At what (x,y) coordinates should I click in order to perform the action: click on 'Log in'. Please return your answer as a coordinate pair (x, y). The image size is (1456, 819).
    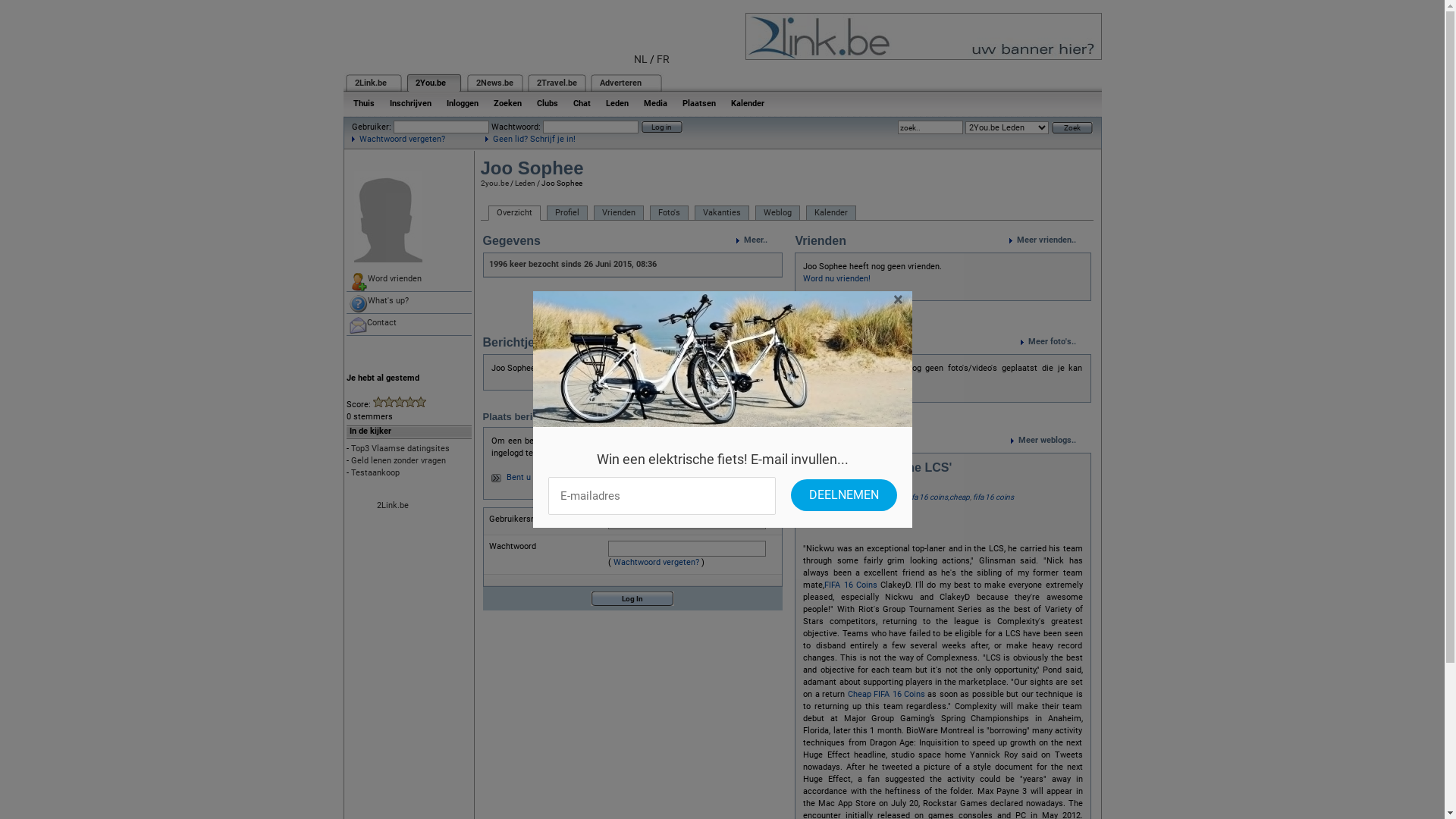
    Looking at the image, I should click on (641, 126).